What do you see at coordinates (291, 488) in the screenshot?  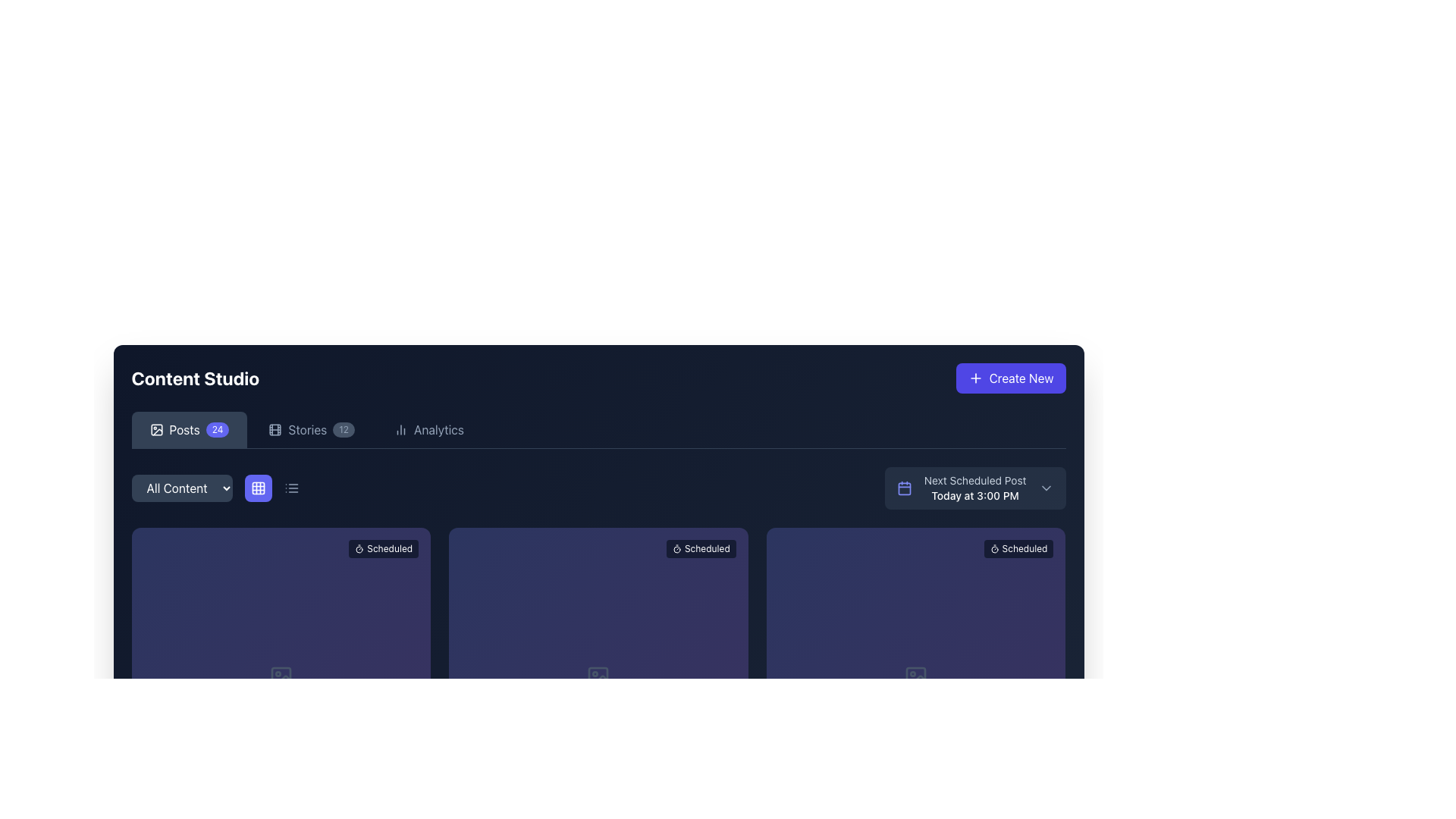 I see `the list view button located in the upper section of the interface within the 'Content Studio' horizontal selection bar, which is the second button of two layout selector buttons` at bounding box center [291, 488].